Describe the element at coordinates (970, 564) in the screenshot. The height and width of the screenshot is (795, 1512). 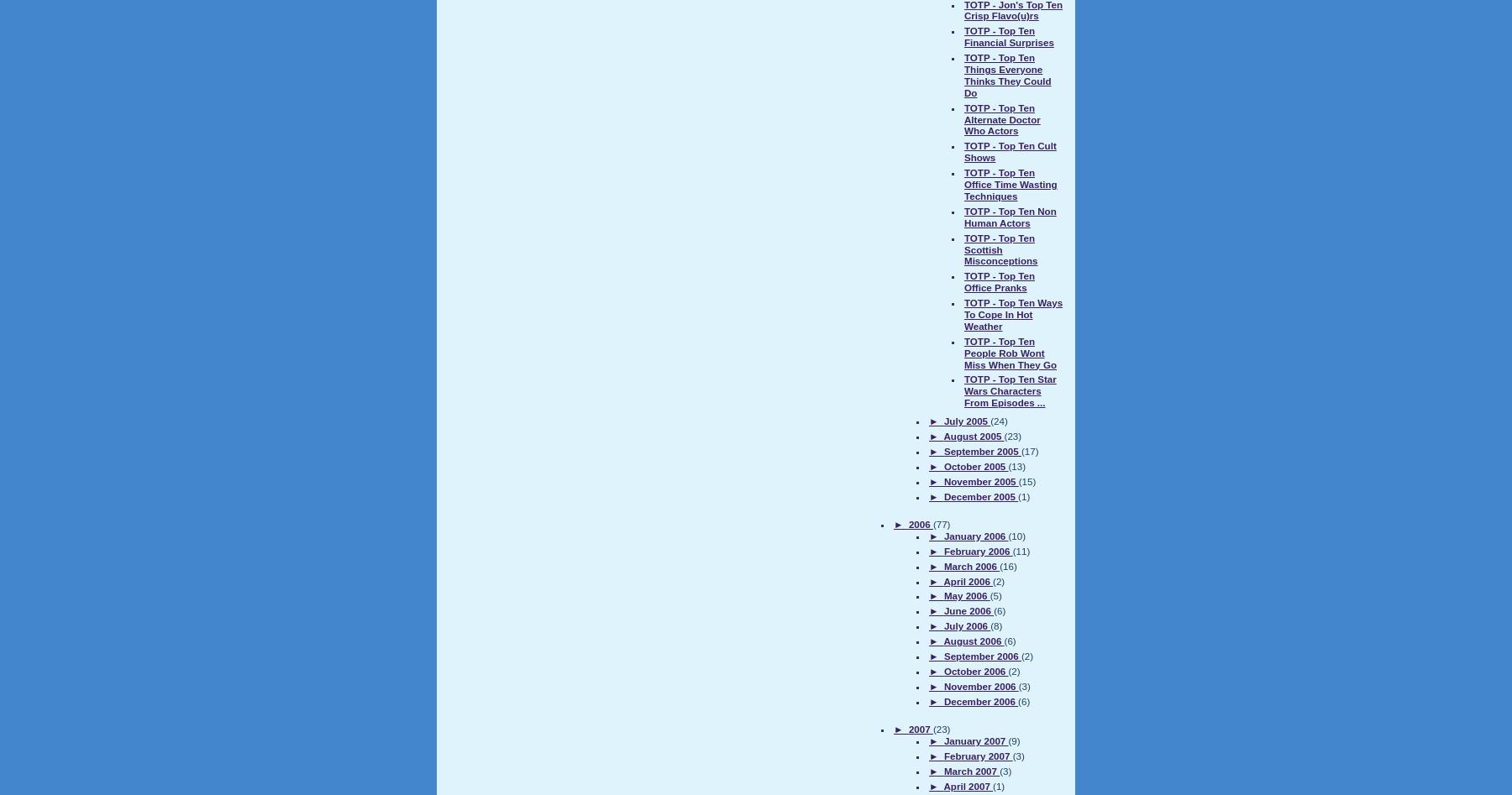
I see `'March 2006'` at that location.